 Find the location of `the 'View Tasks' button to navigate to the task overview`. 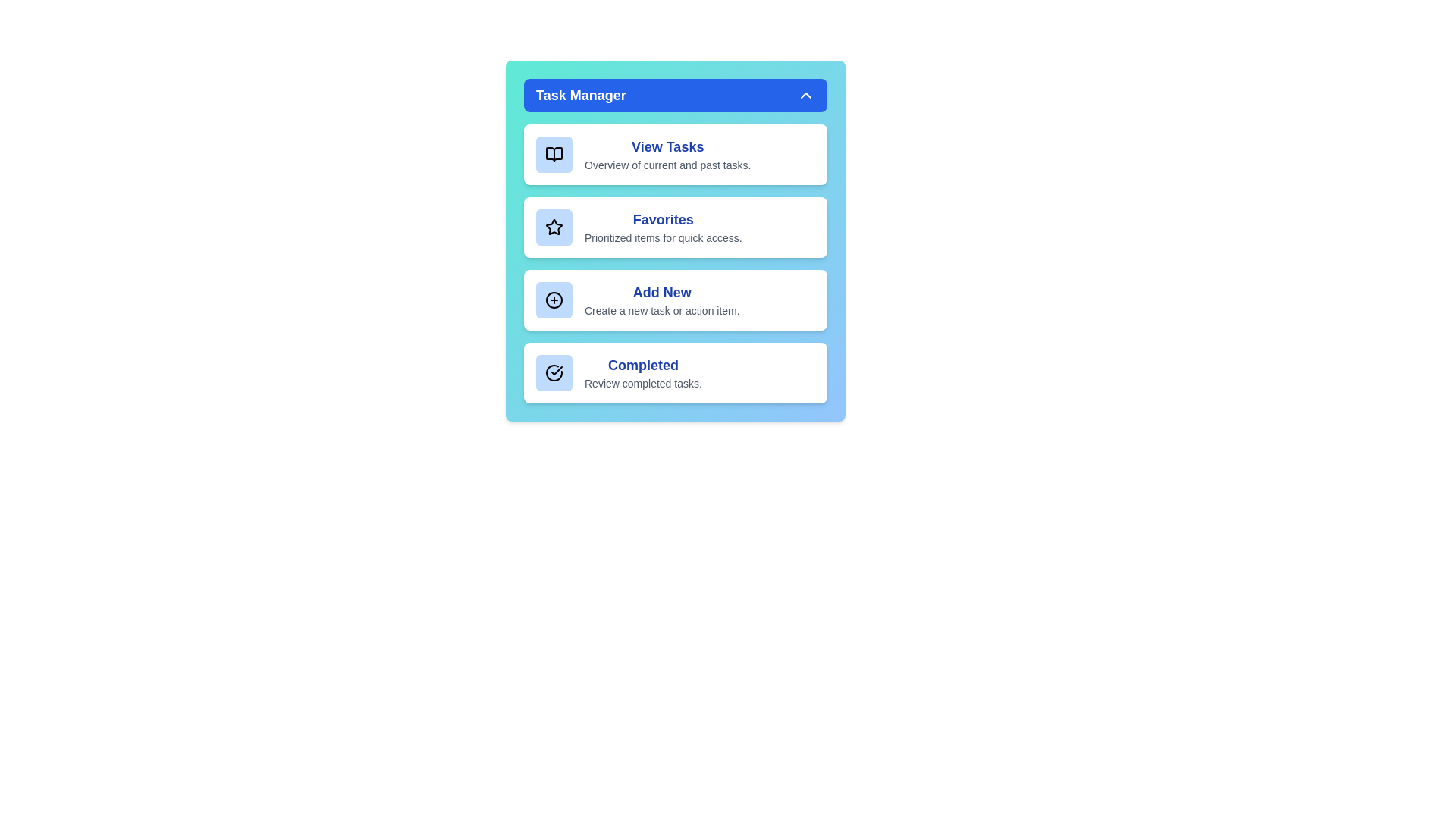

the 'View Tasks' button to navigate to the task overview is located at coordinates (667, 146).